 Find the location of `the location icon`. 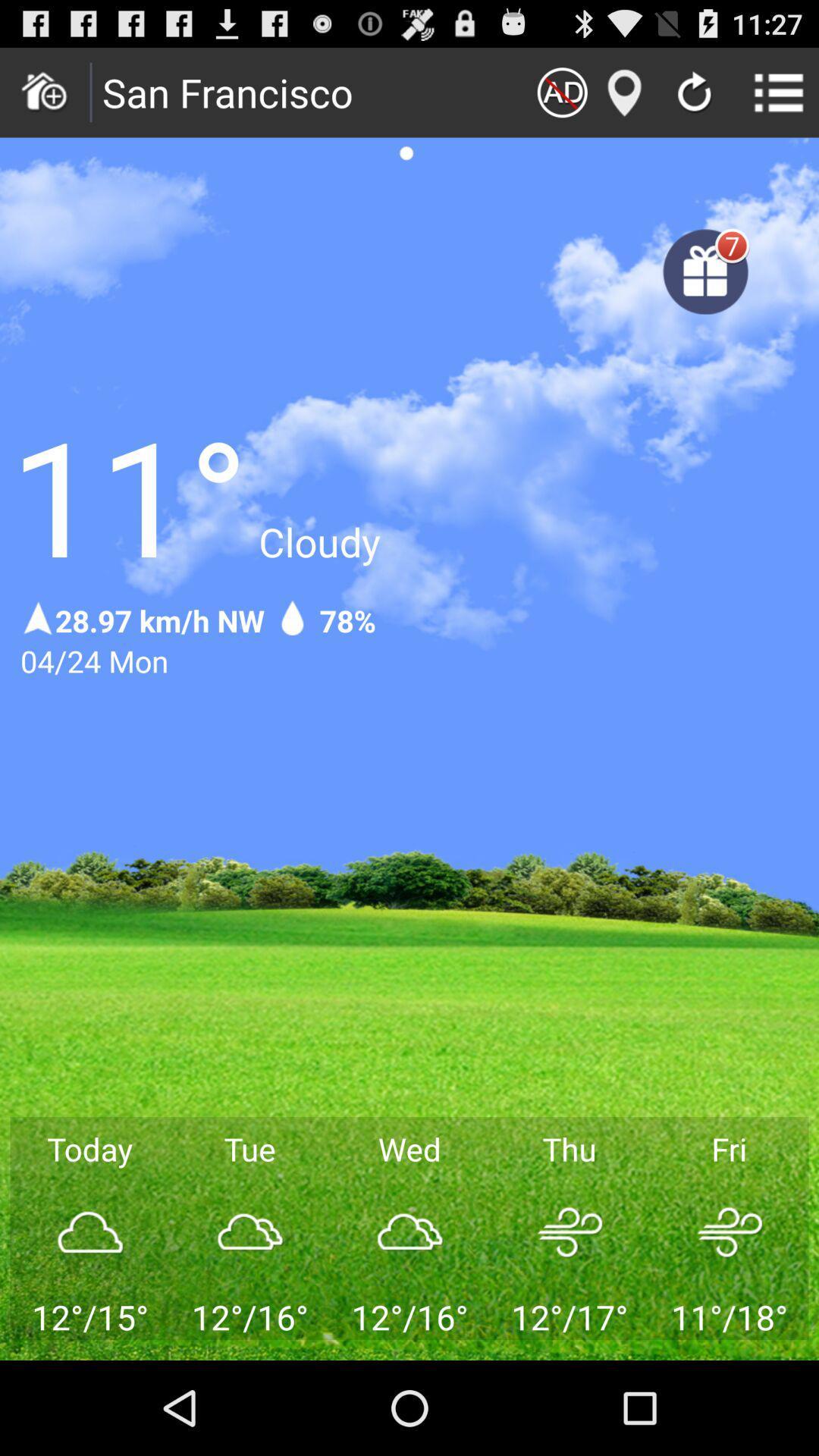

the location icon is located at coordinates (624, 98).